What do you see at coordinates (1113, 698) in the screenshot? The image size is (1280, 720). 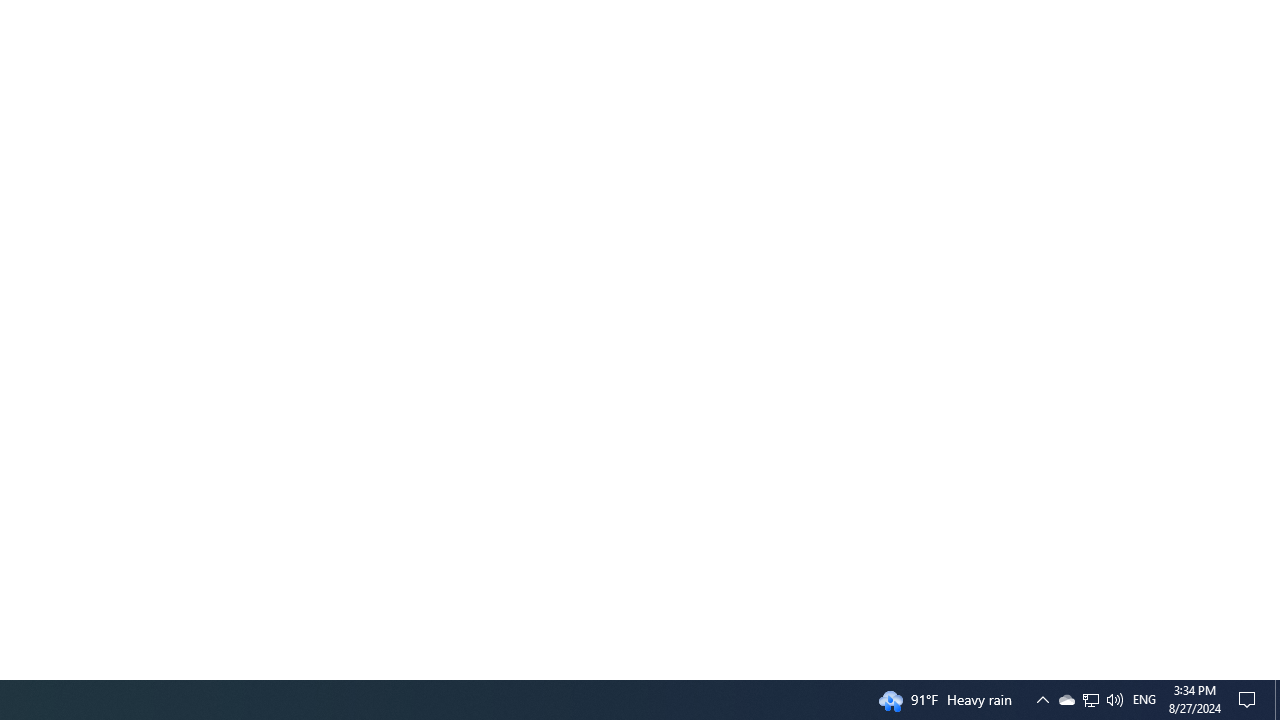 I see `'User Promoted Notification Area'` at bounding box center [1113, 698].